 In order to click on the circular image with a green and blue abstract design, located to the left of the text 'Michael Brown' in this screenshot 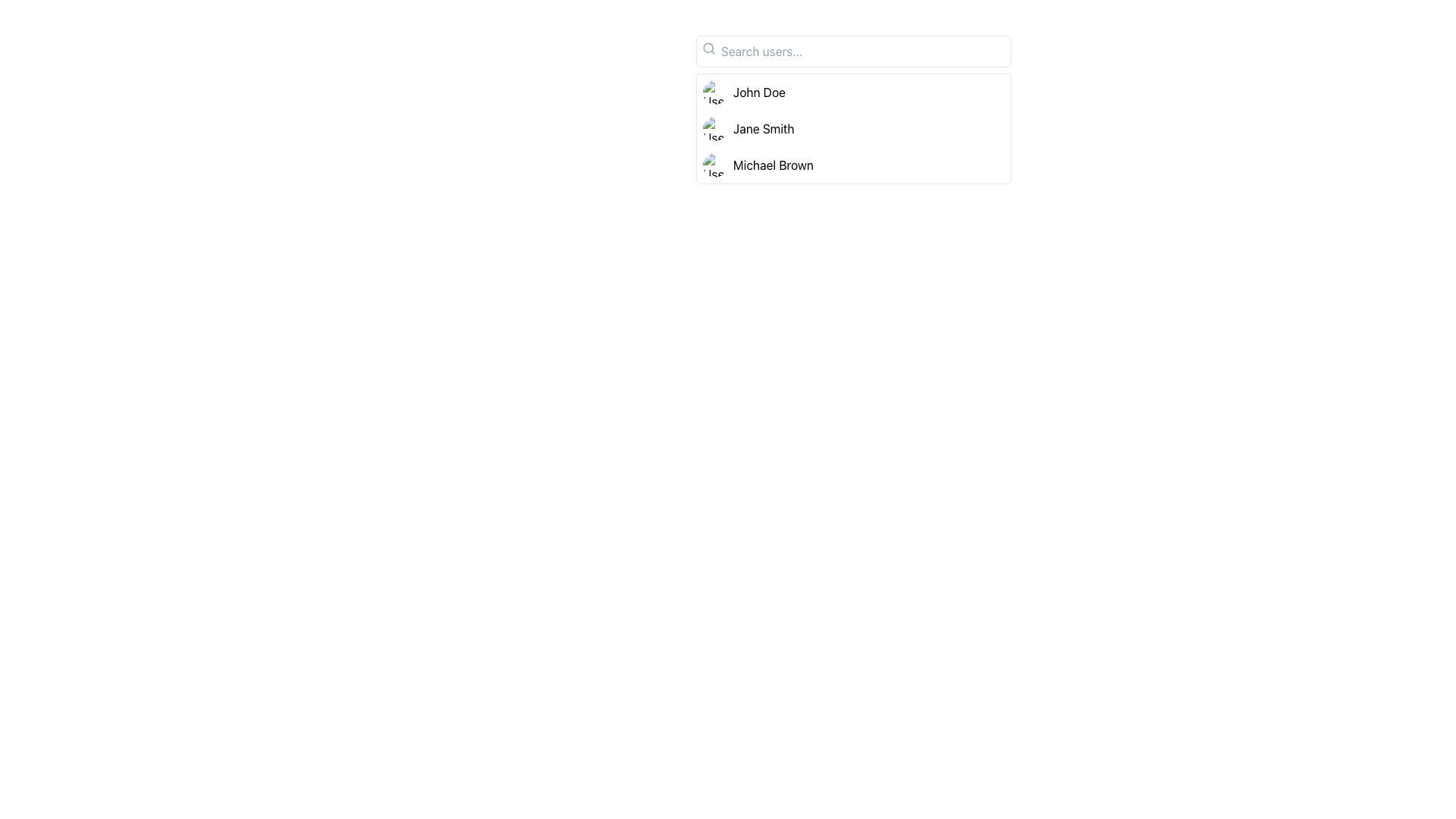, I will do `click(714, 165)`.